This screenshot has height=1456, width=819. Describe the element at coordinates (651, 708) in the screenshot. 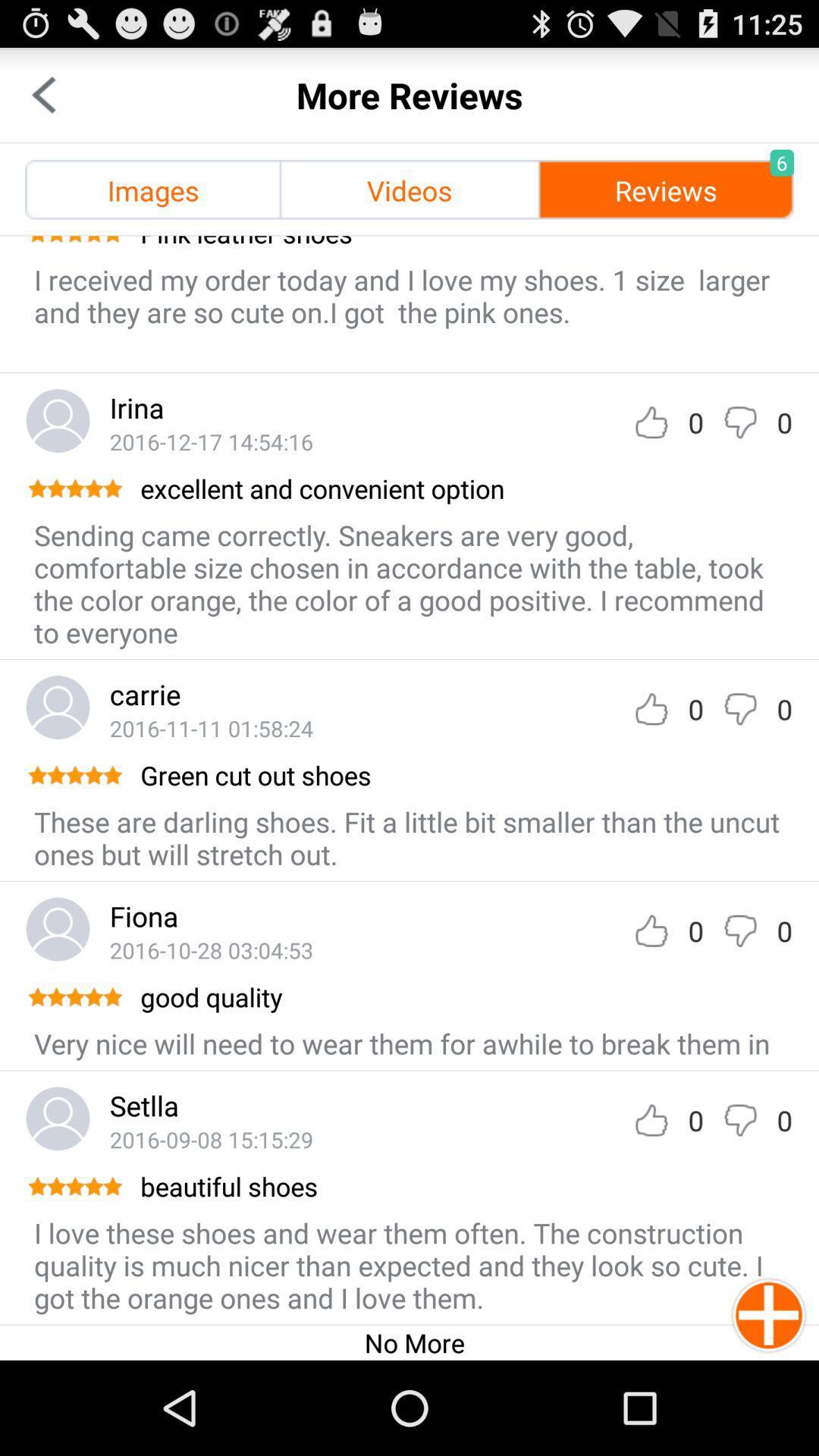

I see `like` at that location.